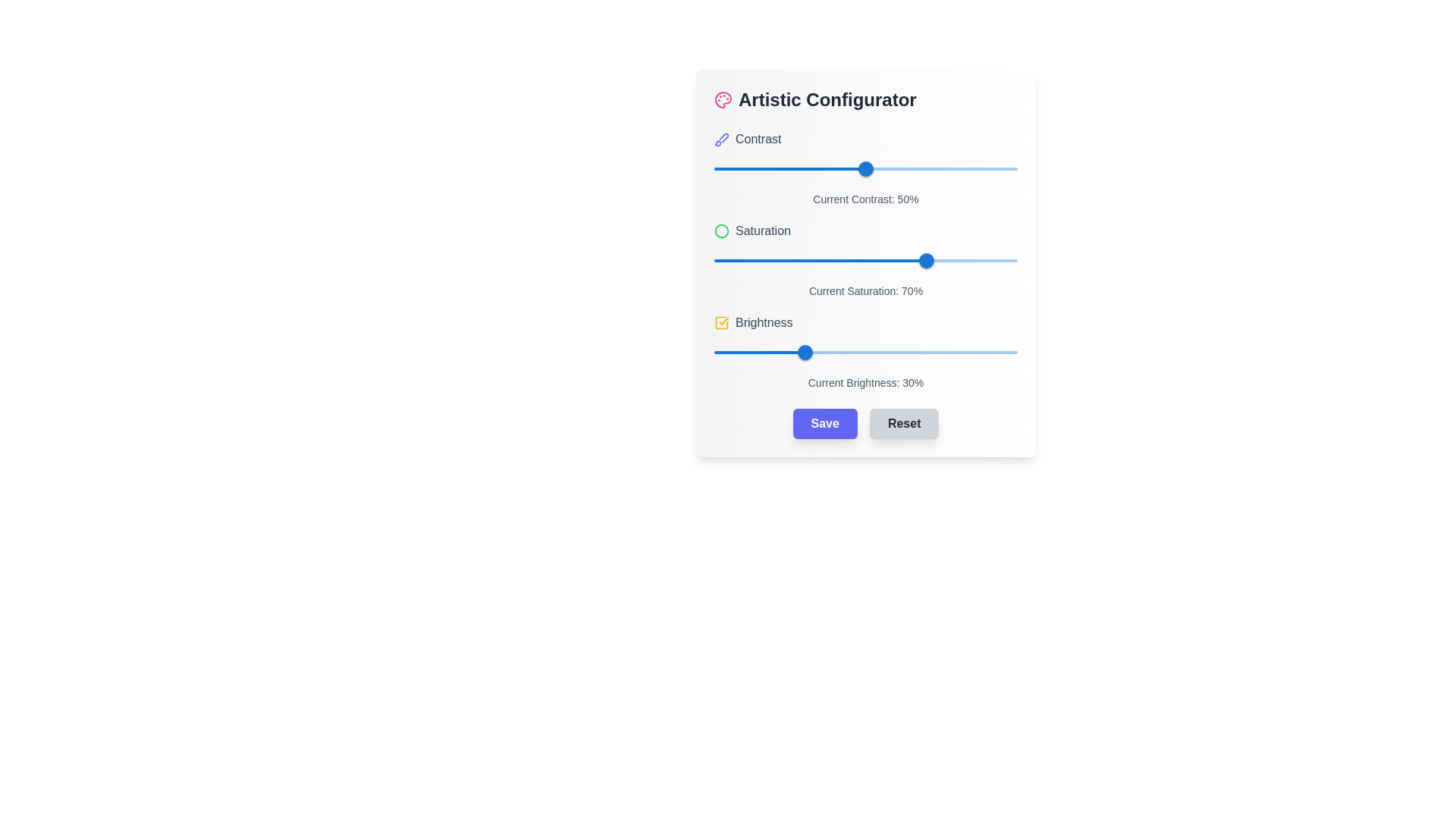  What do you see at coordinates (764, 322) in the screenshot?
I see `text label displaying 'Brightness' which is styled with a medium gray font and located adjacent to a yellow checkbox icon` at bounding box center [764, 322].